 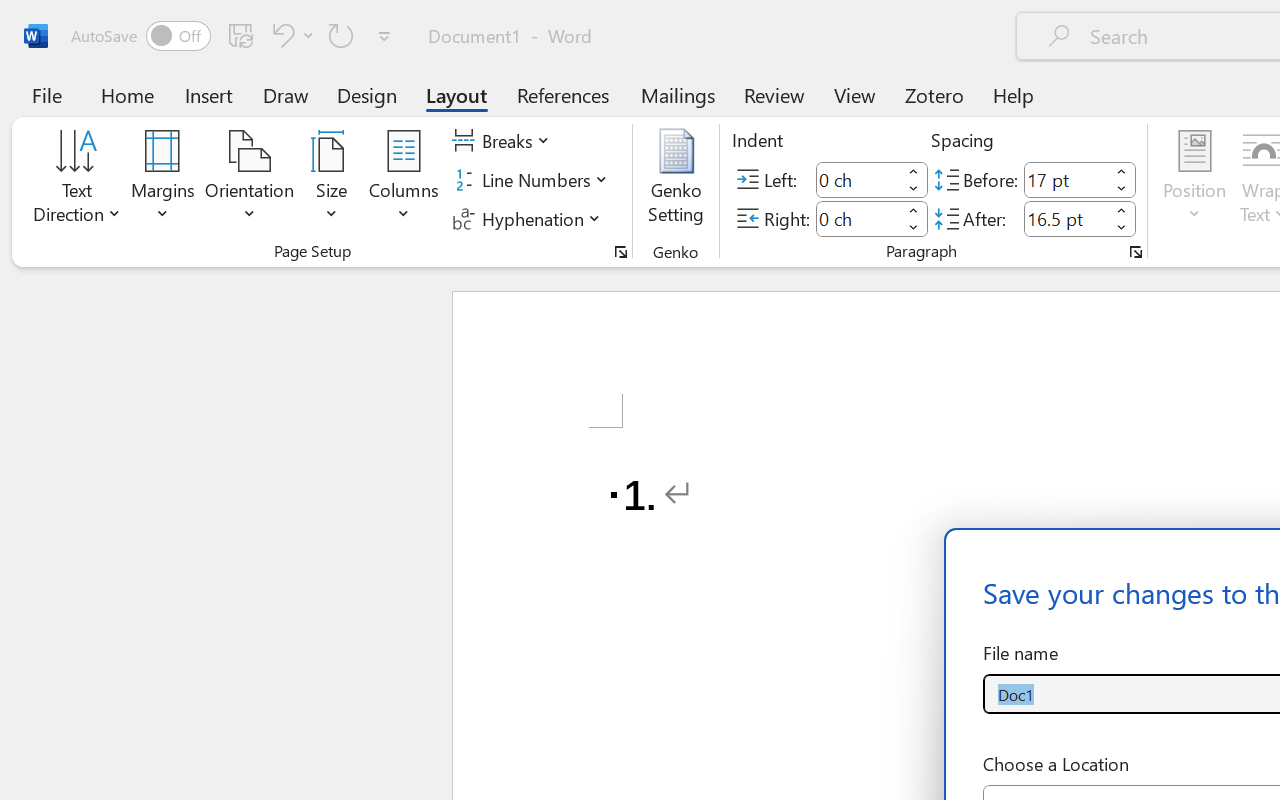 I want to click on 'Hyphenation', so click(x=529, y=218).